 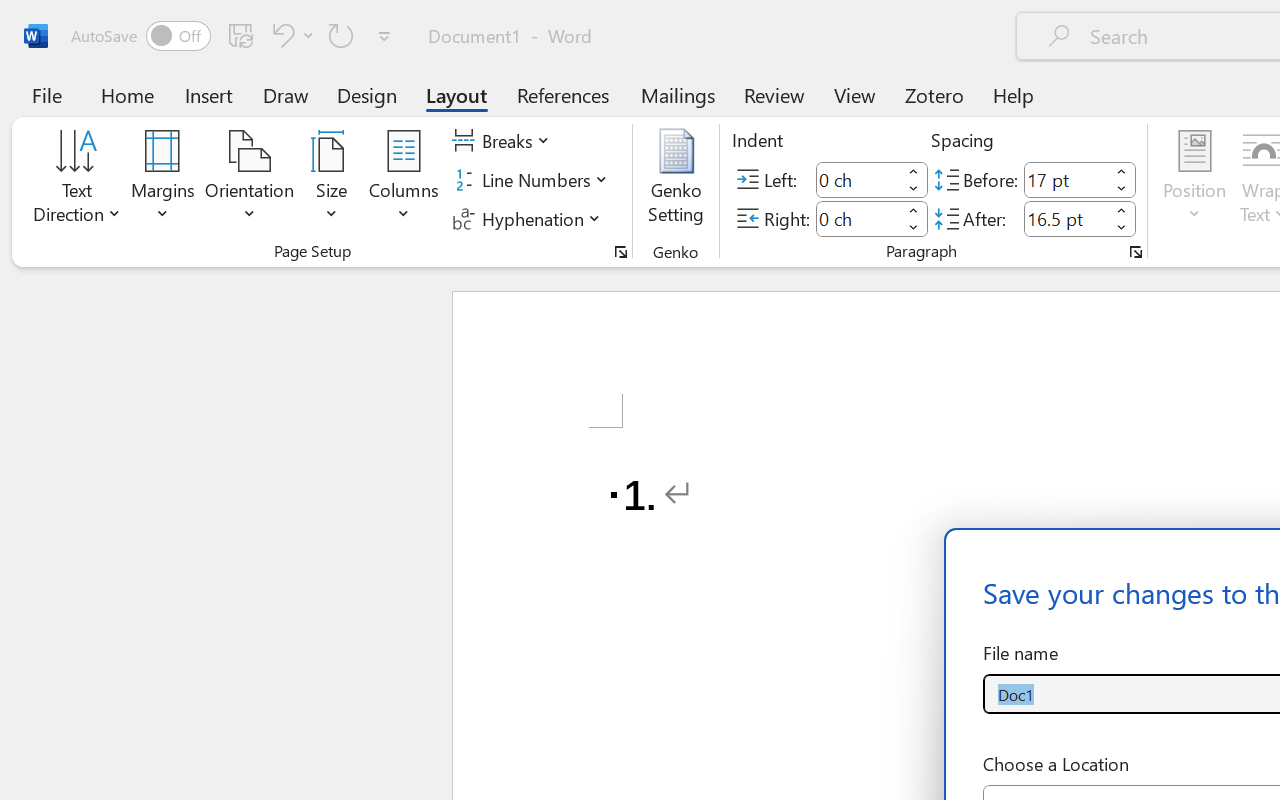 I want to click on 'Hyphenation', so click(x=529, y=218).